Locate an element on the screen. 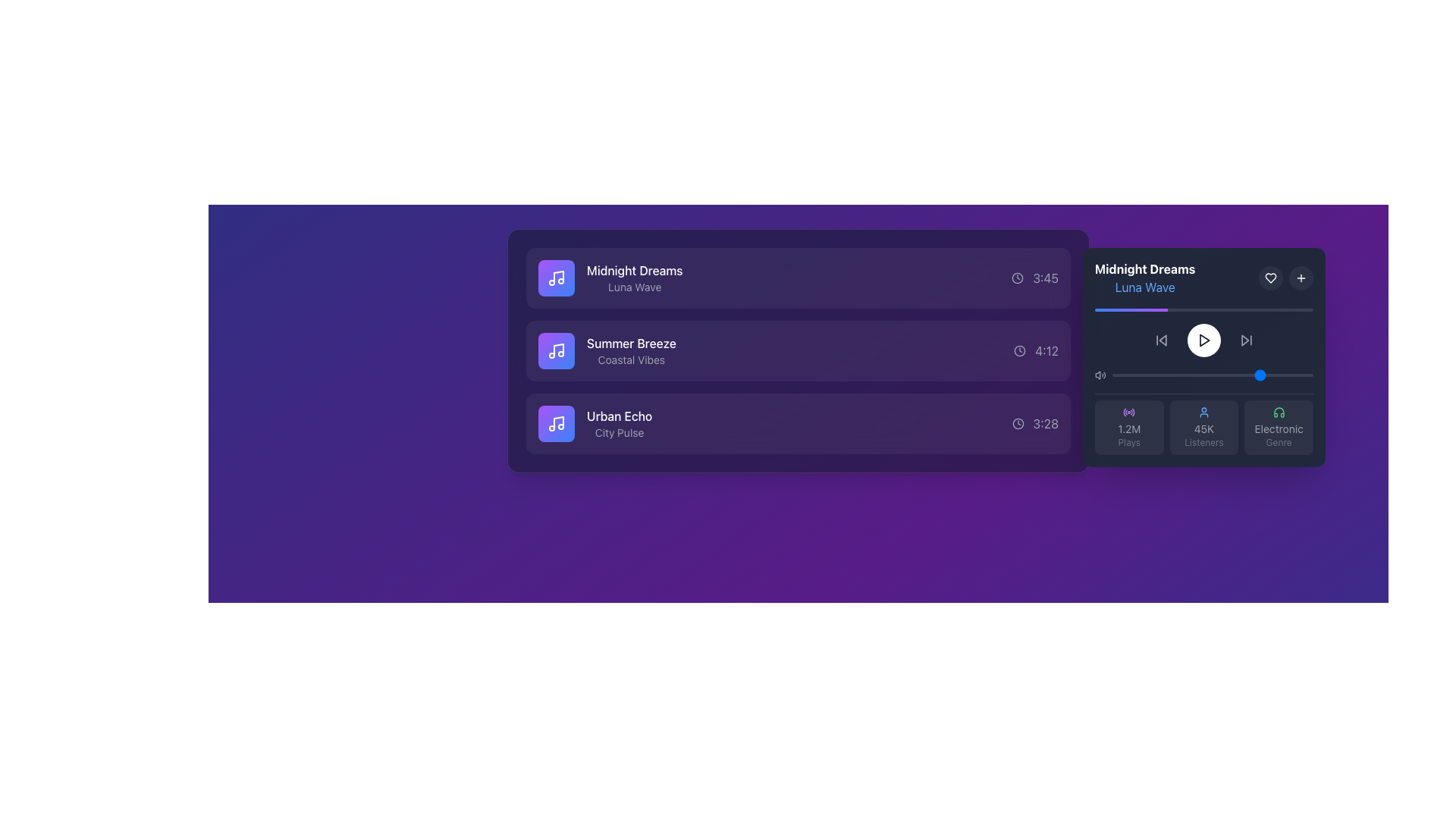  the time indicator text that represents the duration of the audio item 'Summer Breeze', located to the right of the 'Summer Breeze' text and horizontally aligned with a clock icon is located at coordinates (1046, 350).